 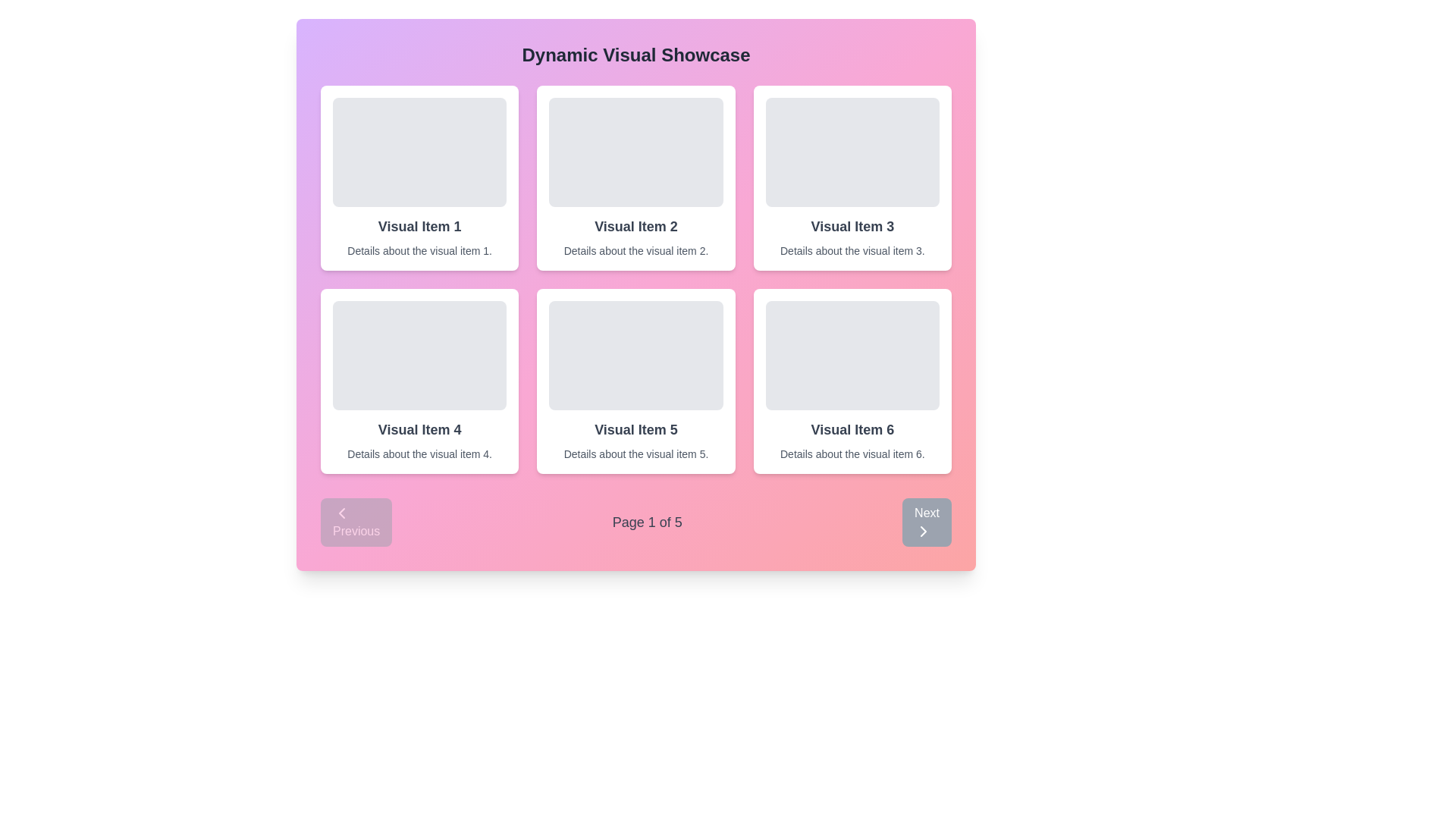 I want to click on the Text Label that serves as a title for the associated card component located in the first column of the second row in a grid layout, so click(x=419, y=430).